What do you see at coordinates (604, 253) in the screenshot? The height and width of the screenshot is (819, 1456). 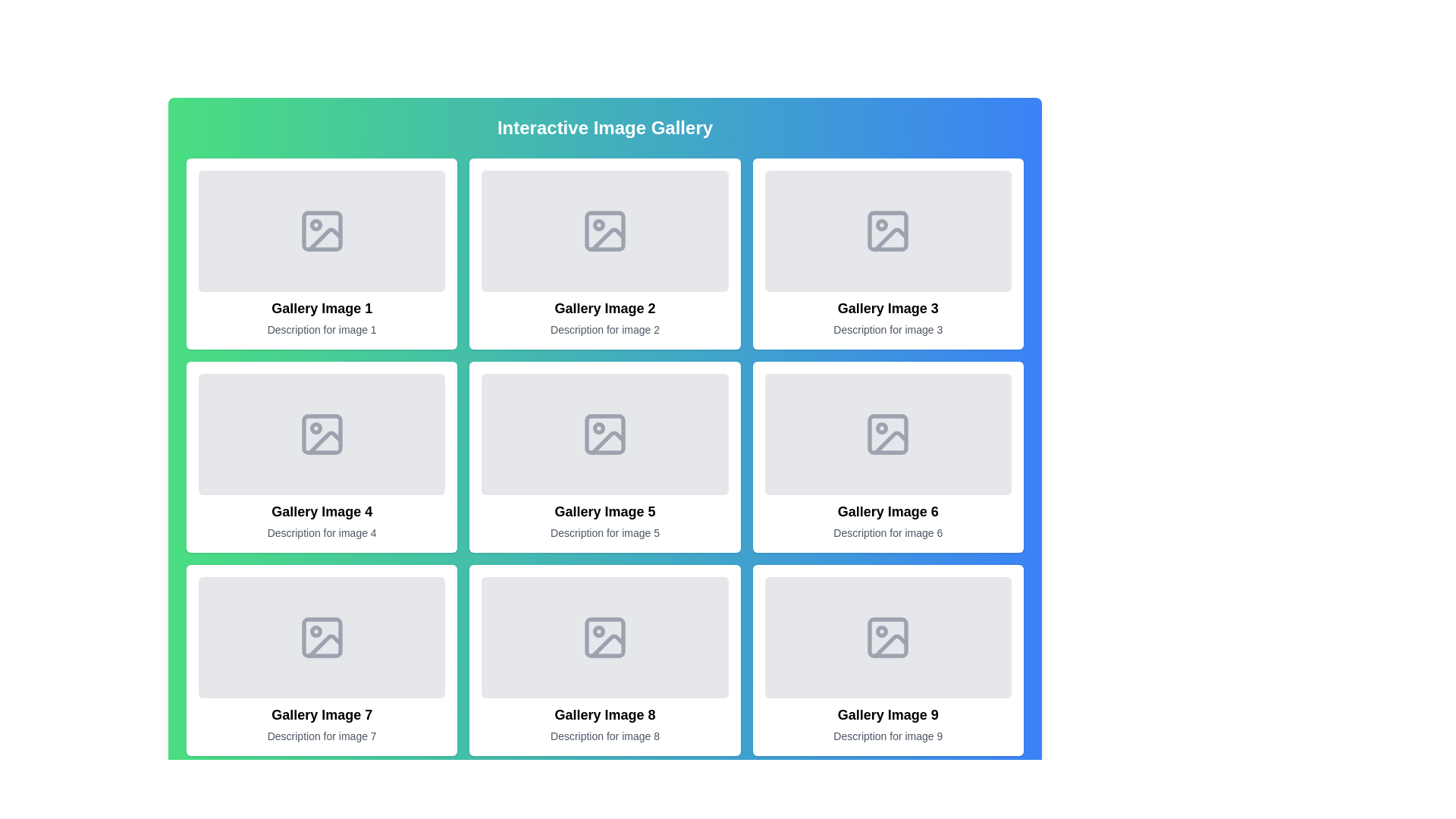 I see `keyboard navigation` at bounding box center [604, 253].